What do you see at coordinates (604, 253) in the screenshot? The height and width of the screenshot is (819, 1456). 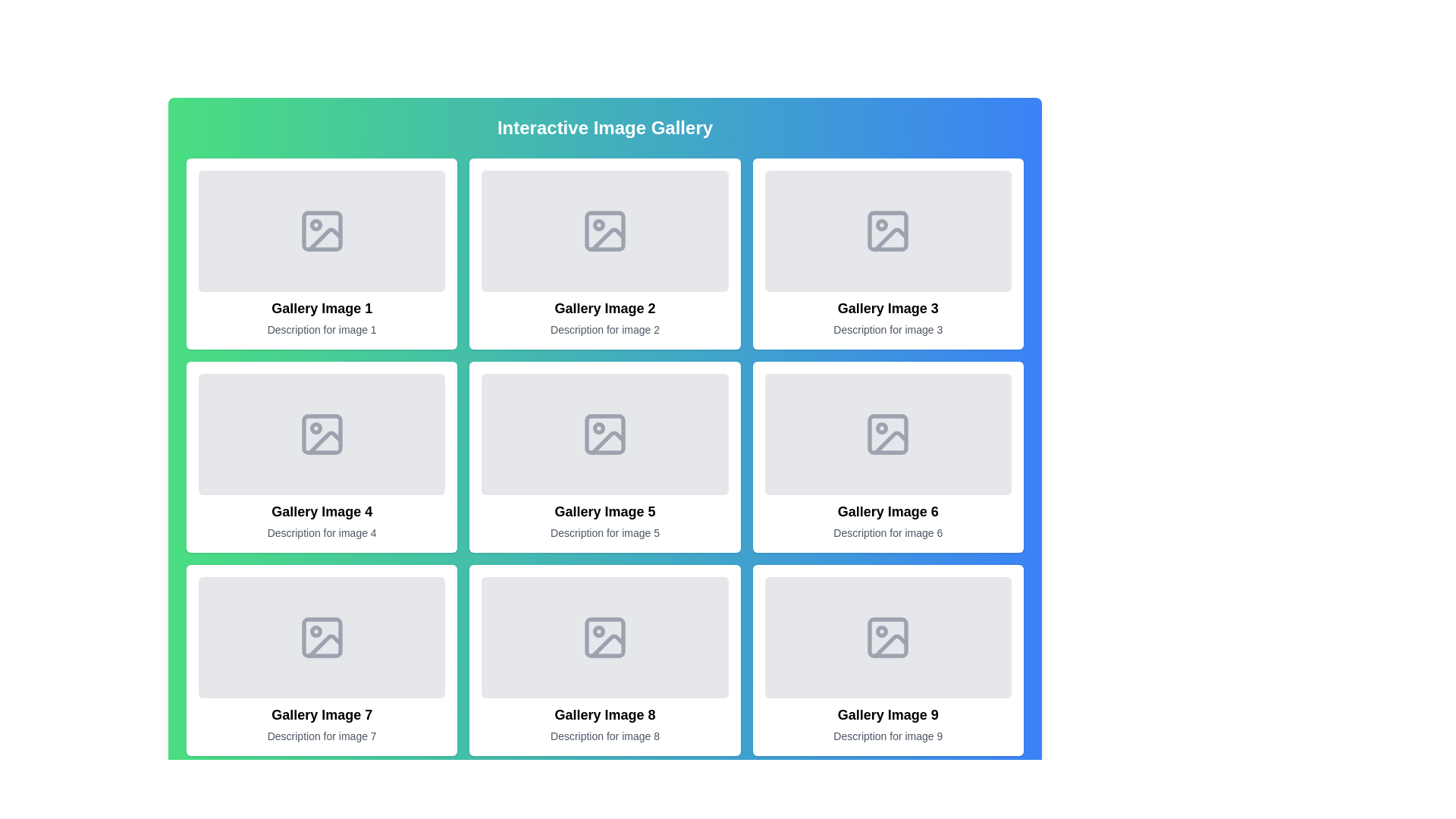 I see `keyboard navigation` at bounding box center [604, 253].